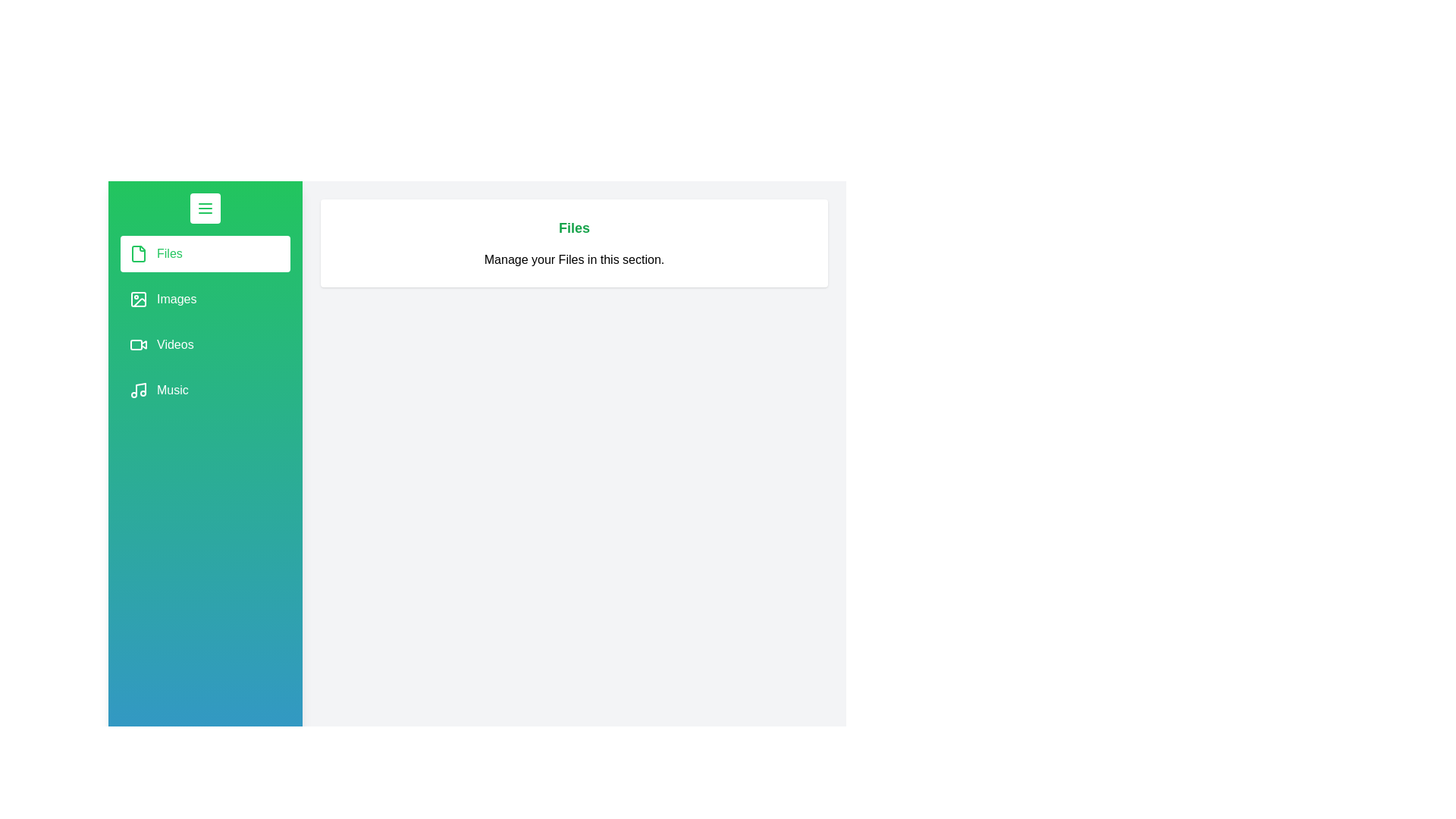  I want to click on the section labeled Files in the drawer menu, so click(204, 253).